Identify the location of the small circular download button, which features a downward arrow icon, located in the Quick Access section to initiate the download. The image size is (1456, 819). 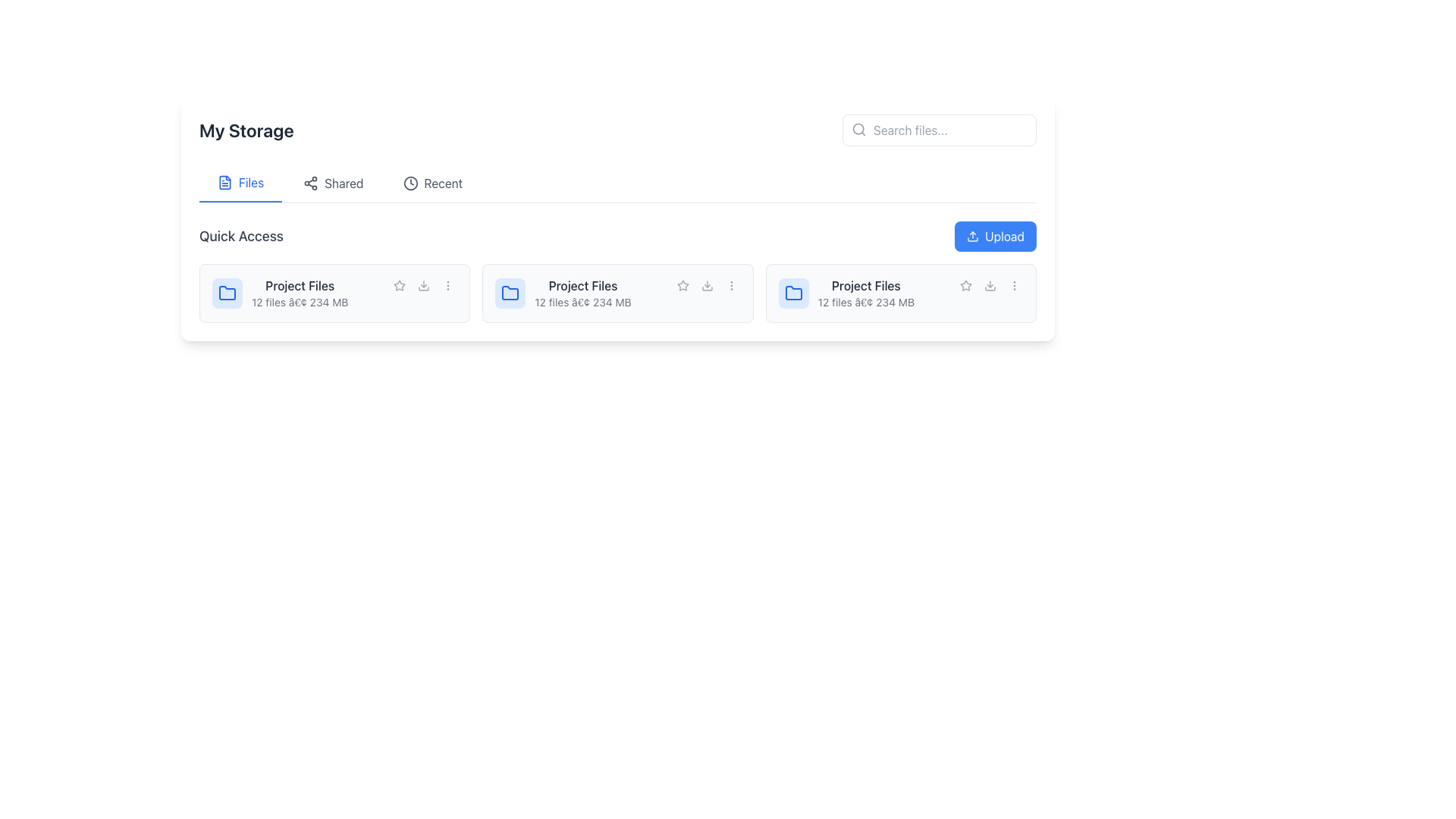
(423, 286).